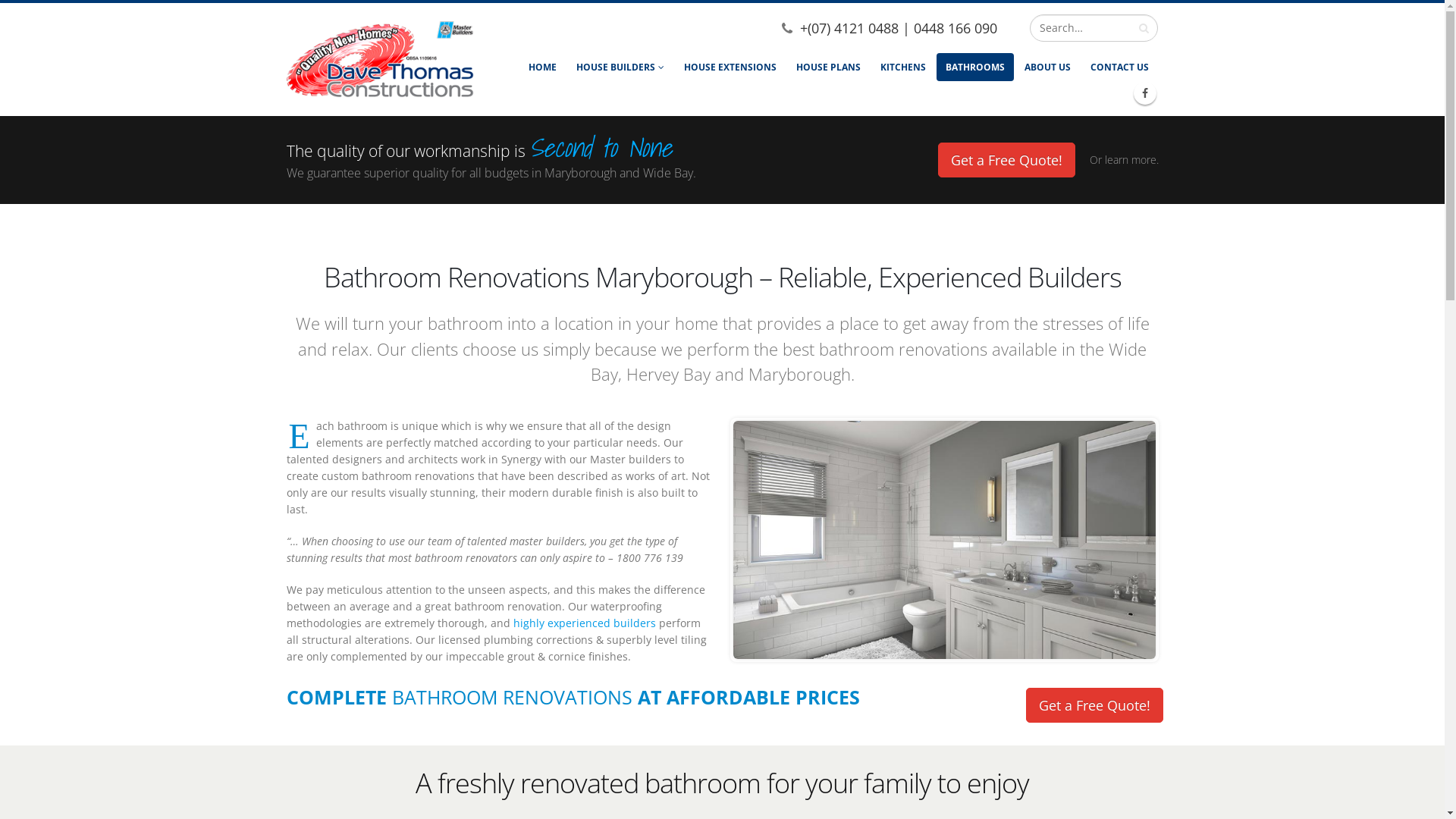 The image size is (1456, 819). What do you see at coordinates (1119, 66) in the screenshot?
I see `'CONTACT US'` at bounding box center [1119, 66].